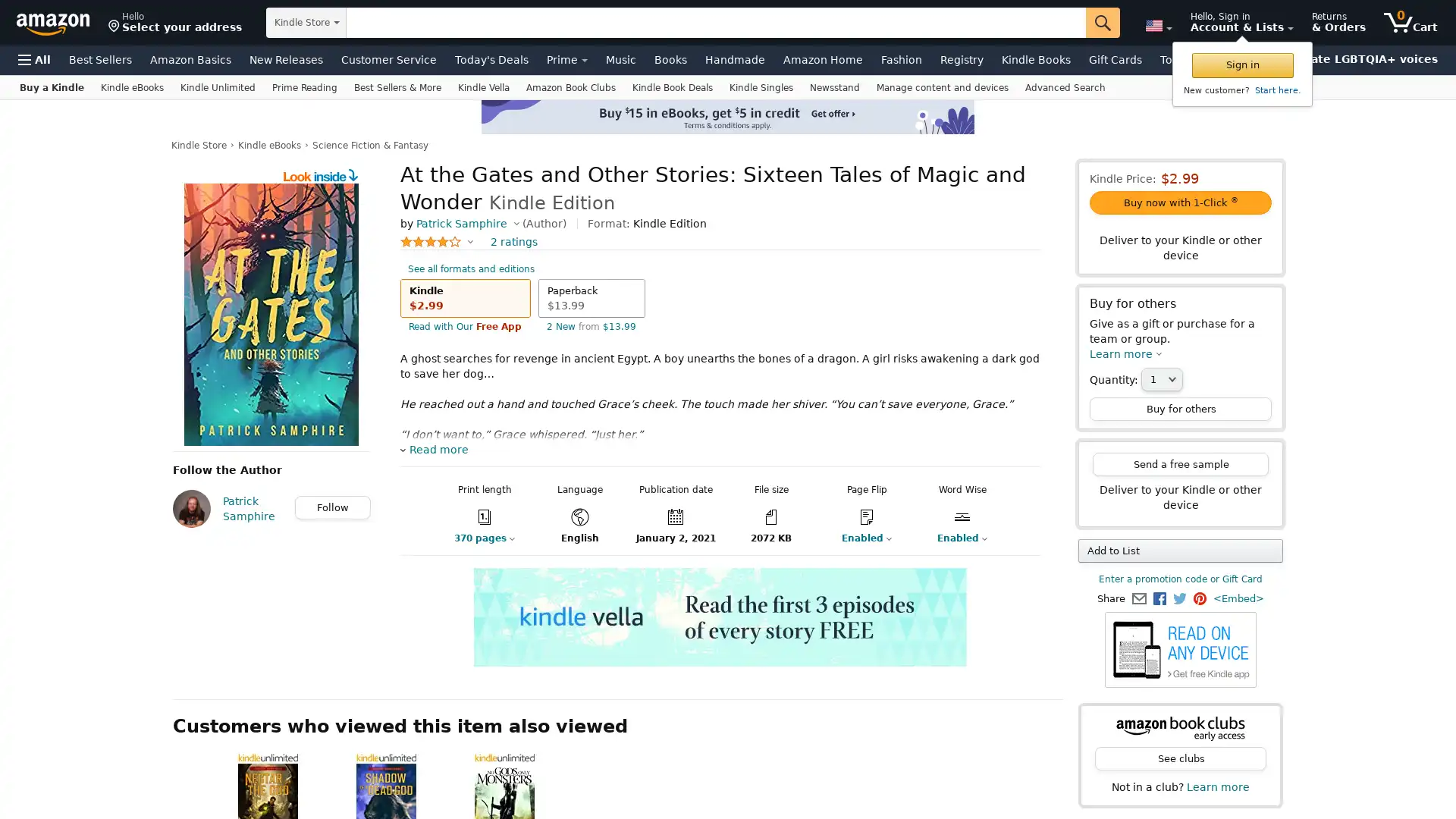 This screenshot has height=819, width=1456. I want to click on Read more, so click(433, 449).